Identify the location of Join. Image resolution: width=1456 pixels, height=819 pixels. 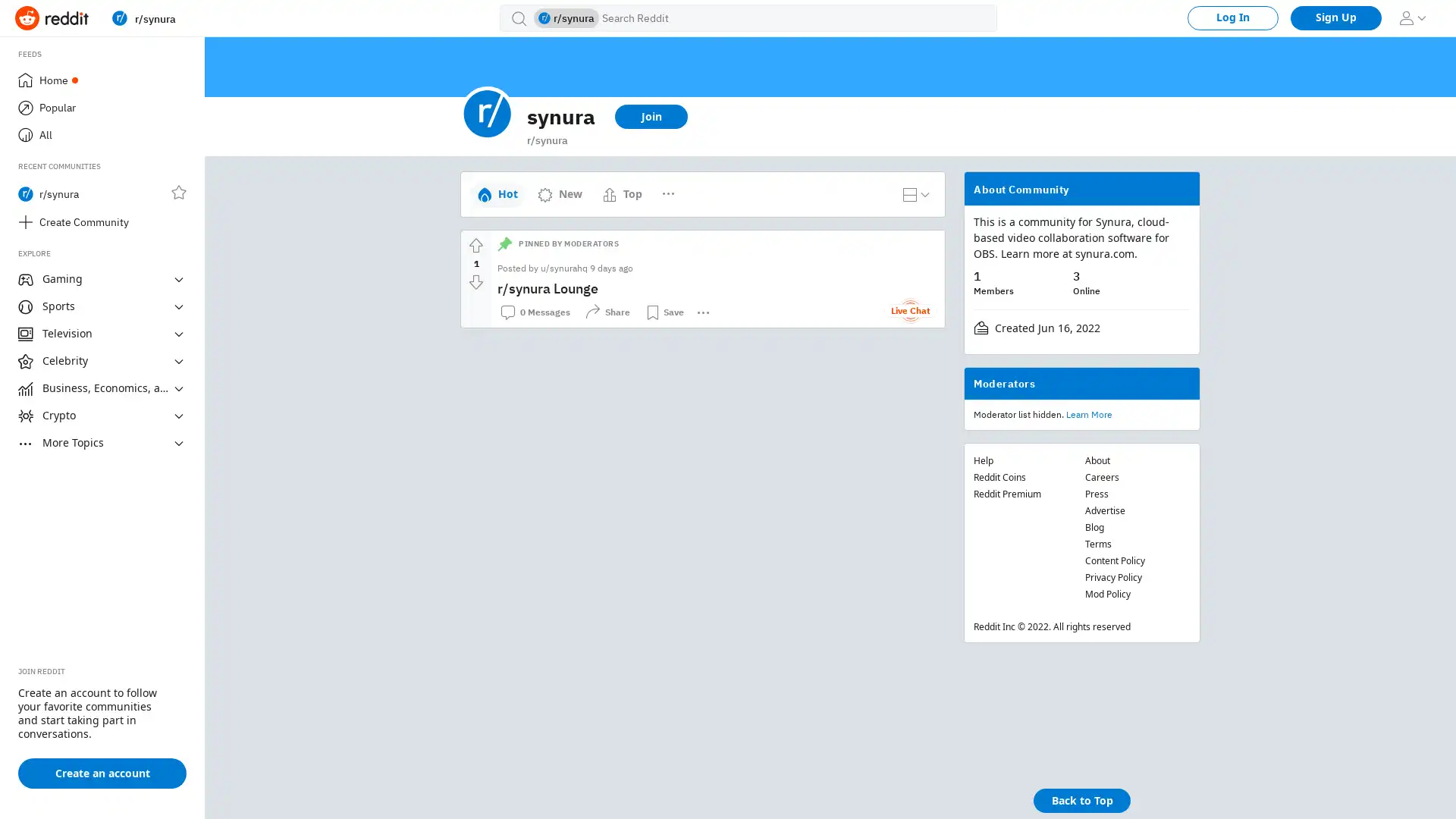
(651, 116).